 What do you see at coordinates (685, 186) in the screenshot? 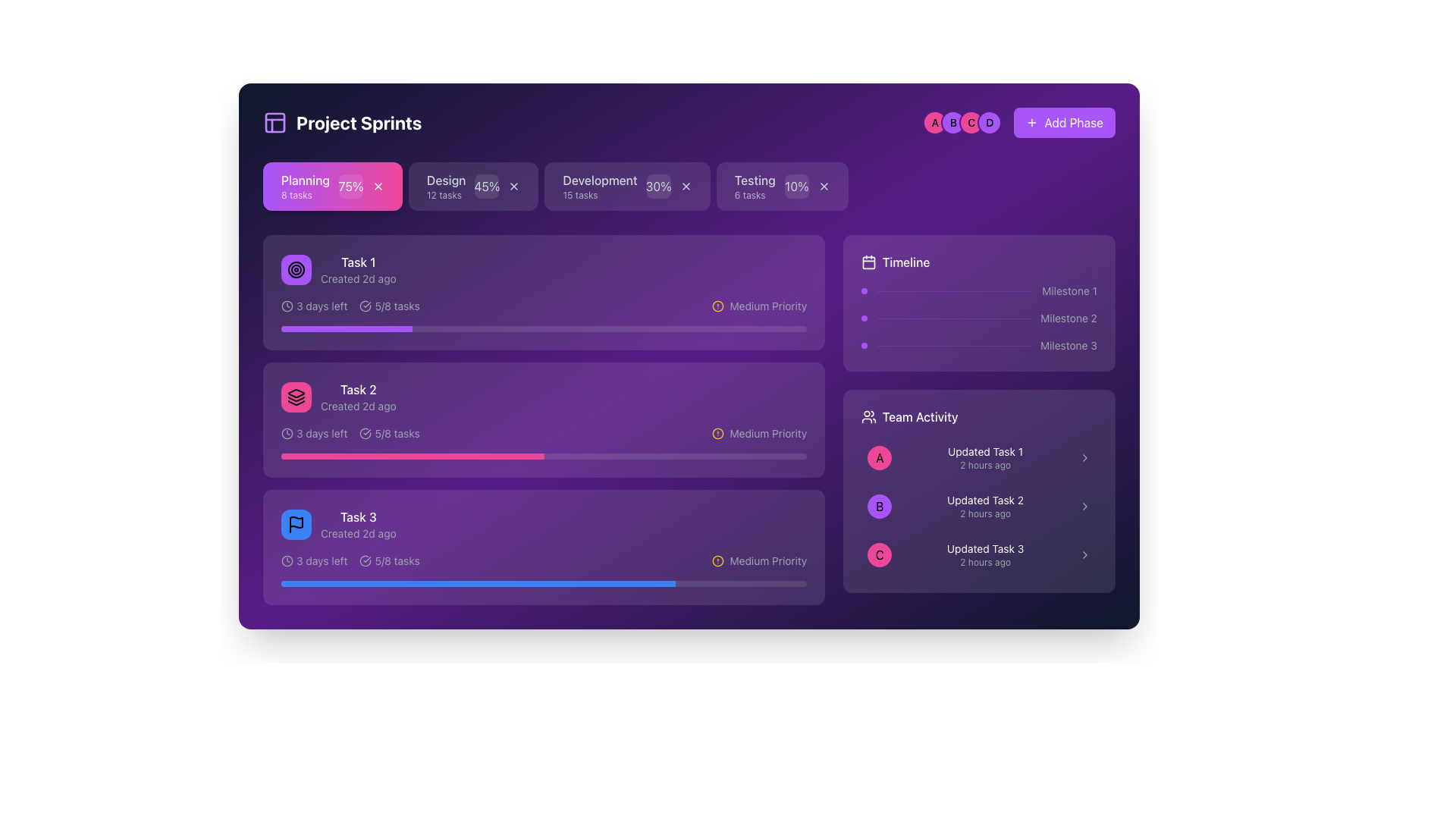
I see `the cross icon button located at the far right of the 'Development' category section, which is part of a horizontal row of categories near the top-center of the interface` at bounding box center [685, 186].